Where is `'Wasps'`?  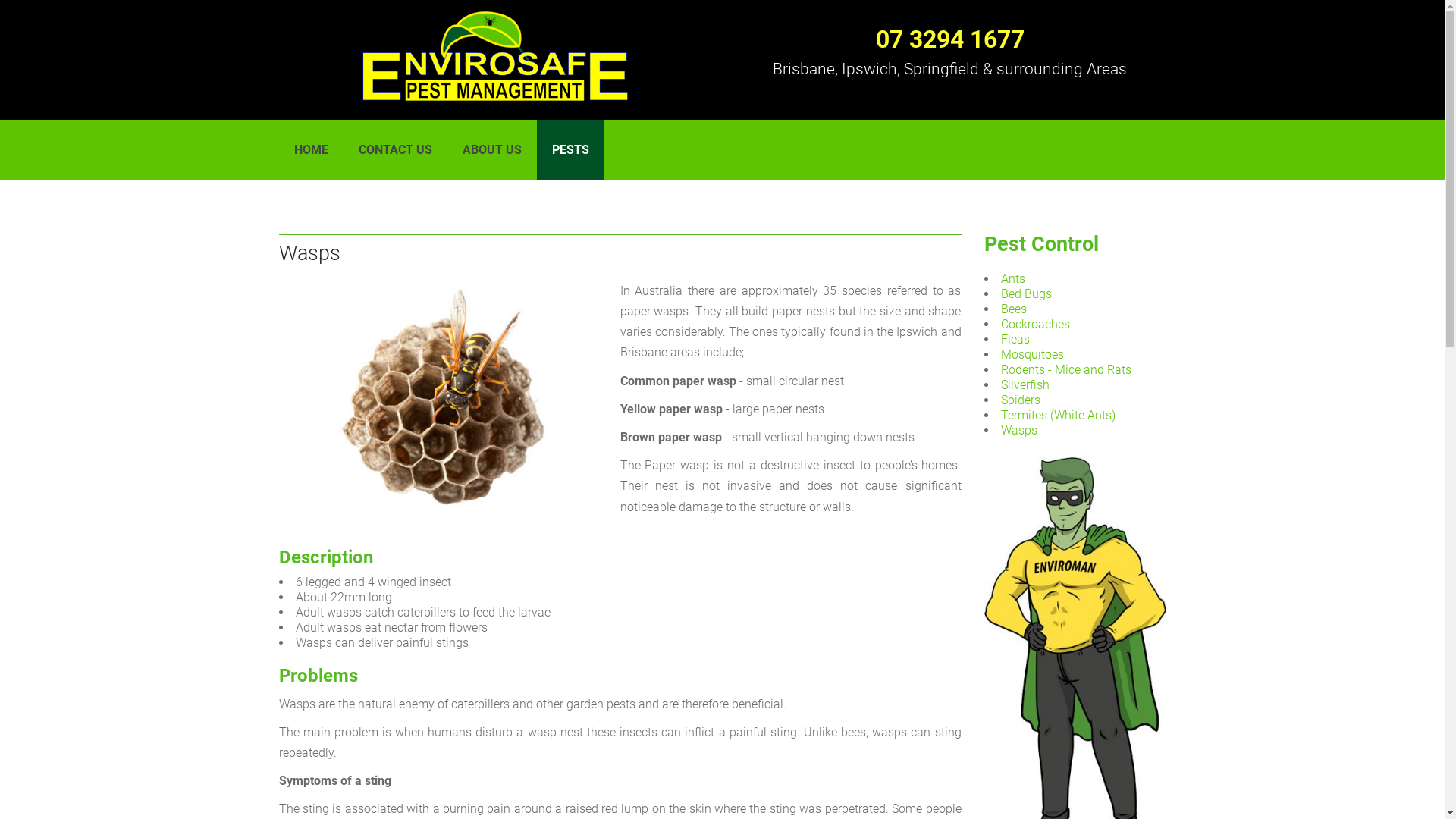 'Wasps' is located at coordinates (1019, 430).